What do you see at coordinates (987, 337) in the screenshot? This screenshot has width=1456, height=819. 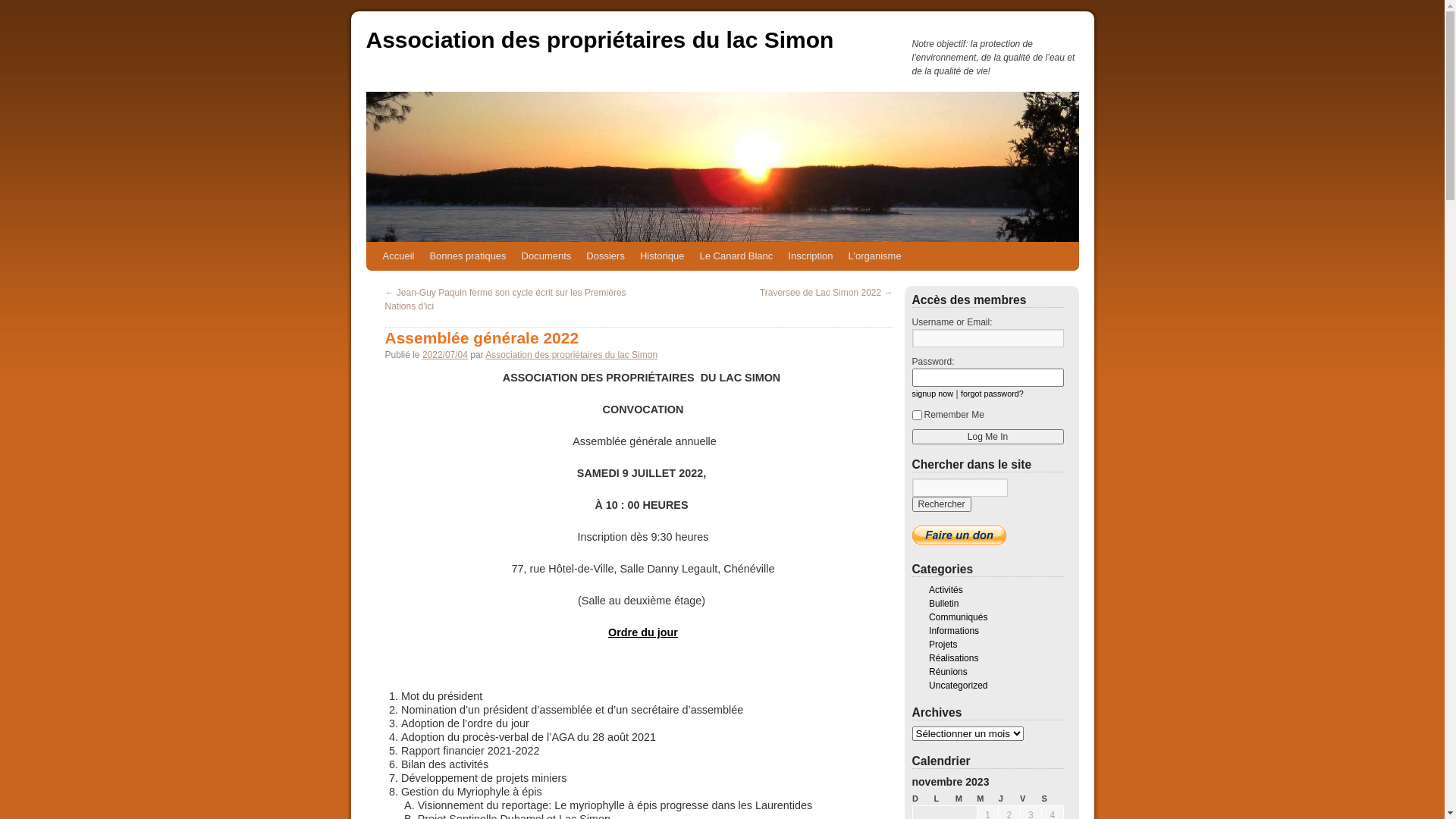 I see `'Username'` at bounding box center [987, 337].